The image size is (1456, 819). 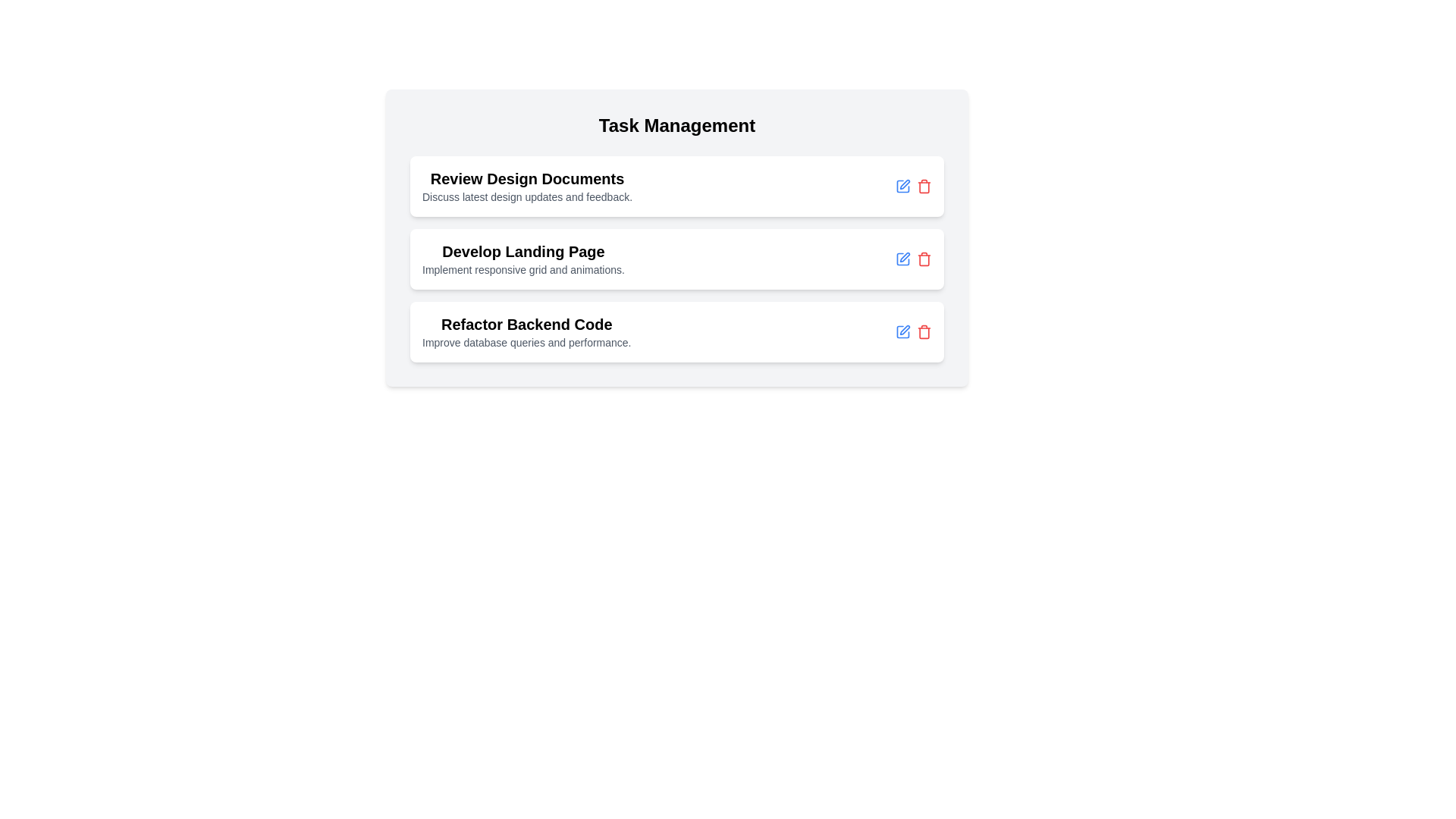 What do you see at coordinates (527, 186) in the screenshot?
I see `to select the first task item titled 'Review Design Documents' which serves as a summary and description of the task` at bounding box center [527, 186].